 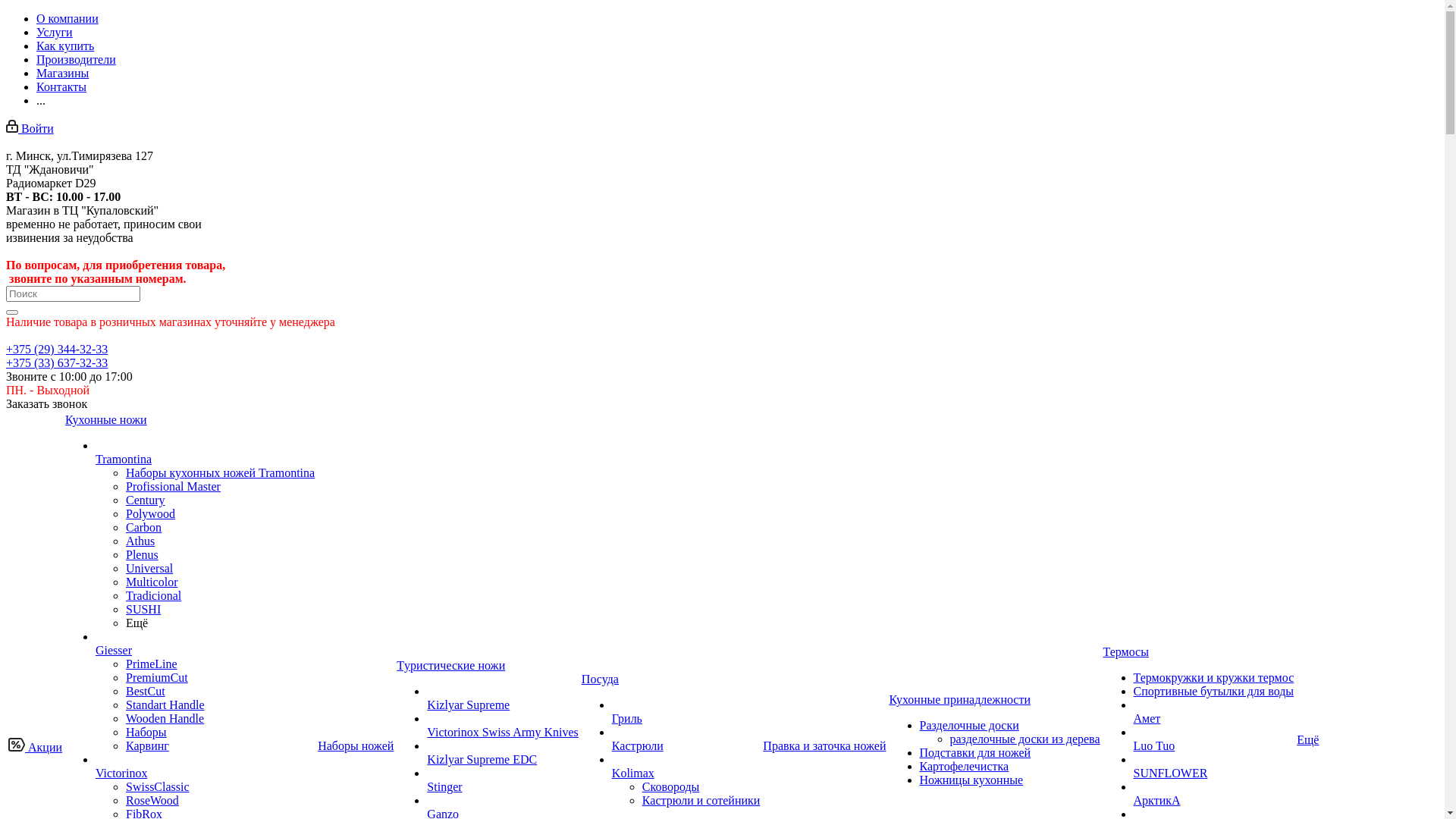 What do you see at coordinates (126, 799) in the screenshot?
I see `'RoseWood'` at bounding box center [126, 799].